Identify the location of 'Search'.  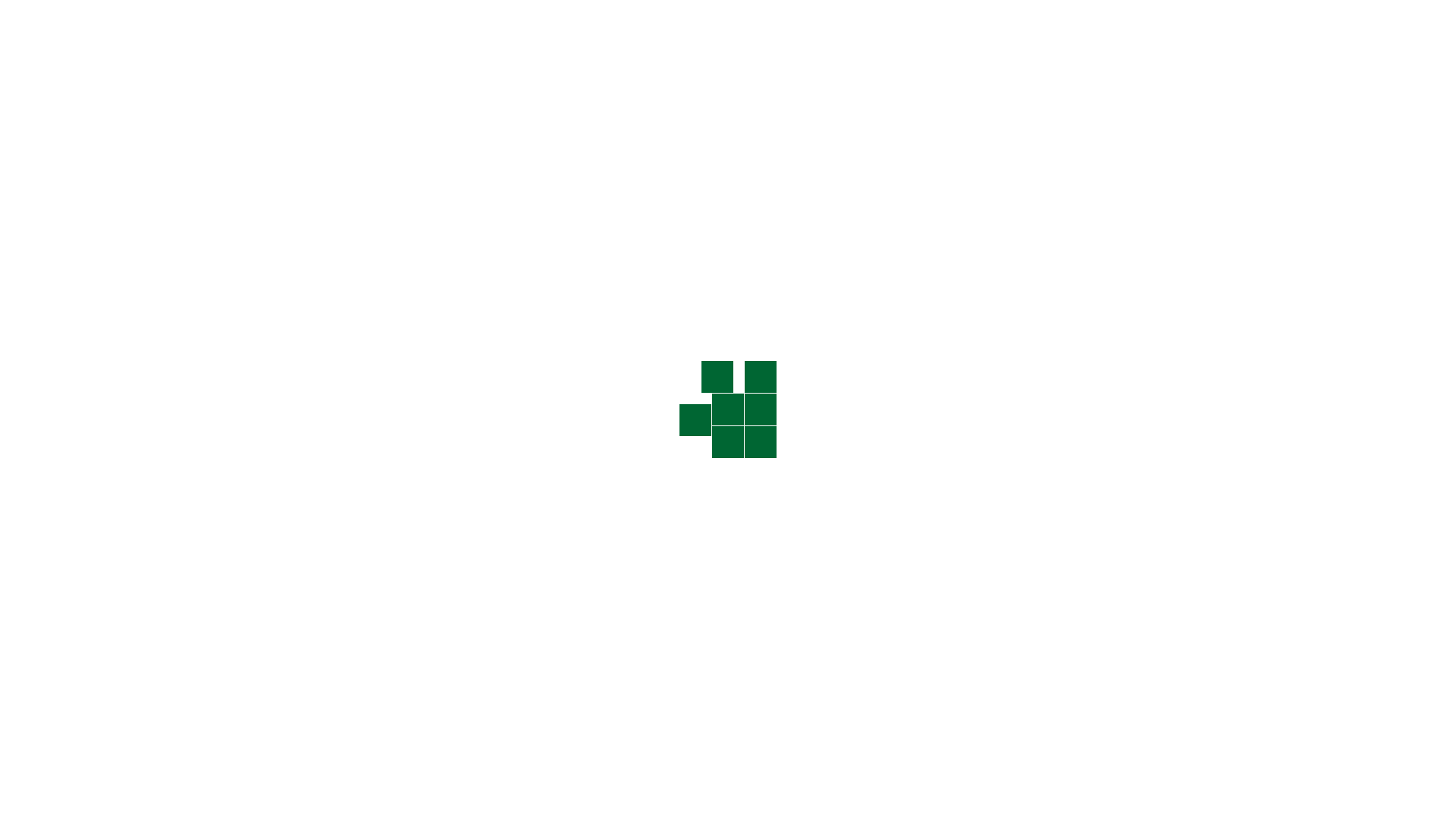
(1077, 381).